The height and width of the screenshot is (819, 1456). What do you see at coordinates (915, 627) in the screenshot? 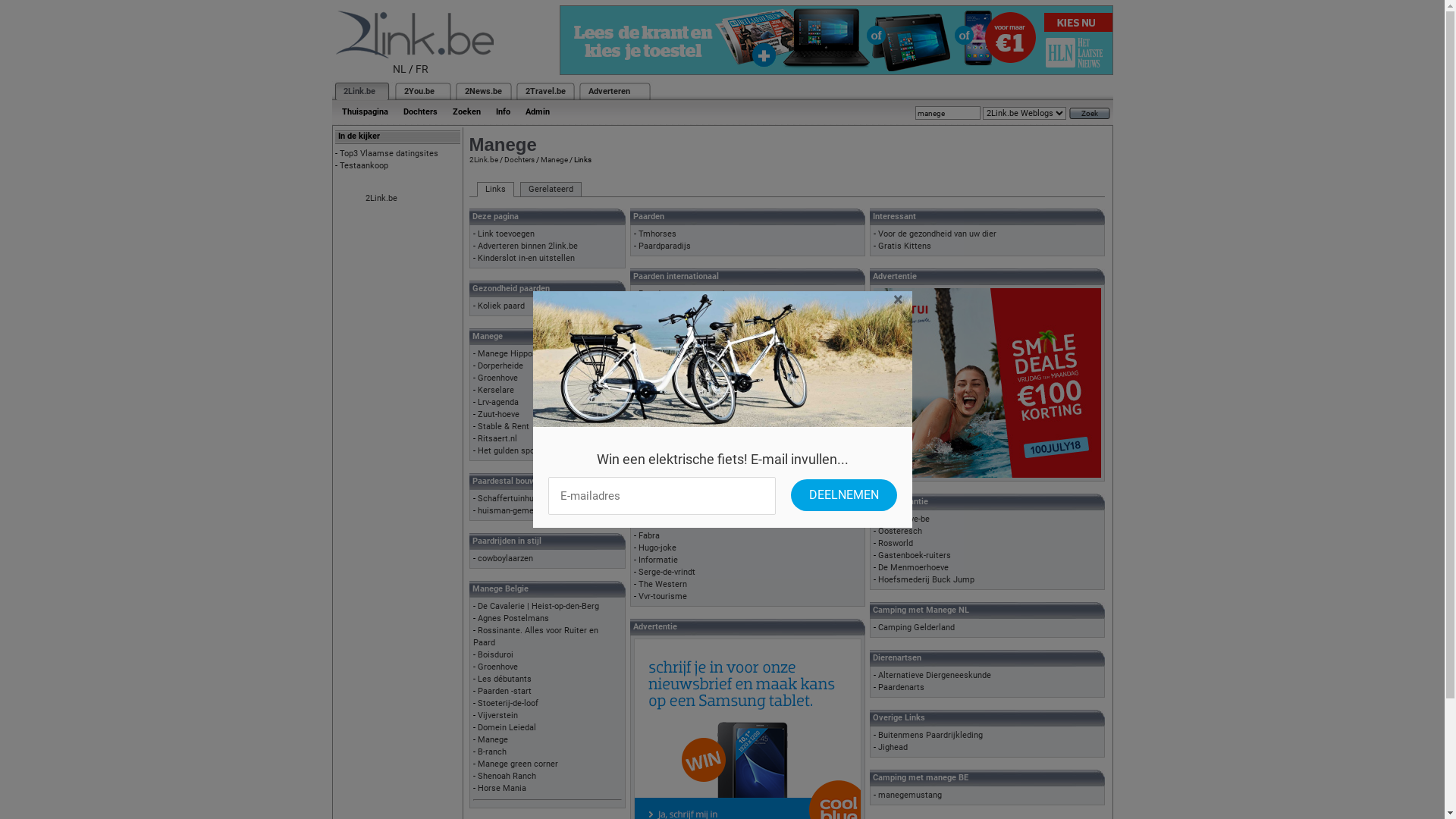
I see `'Camping Gelderland'` at bounding box center [915, 627].